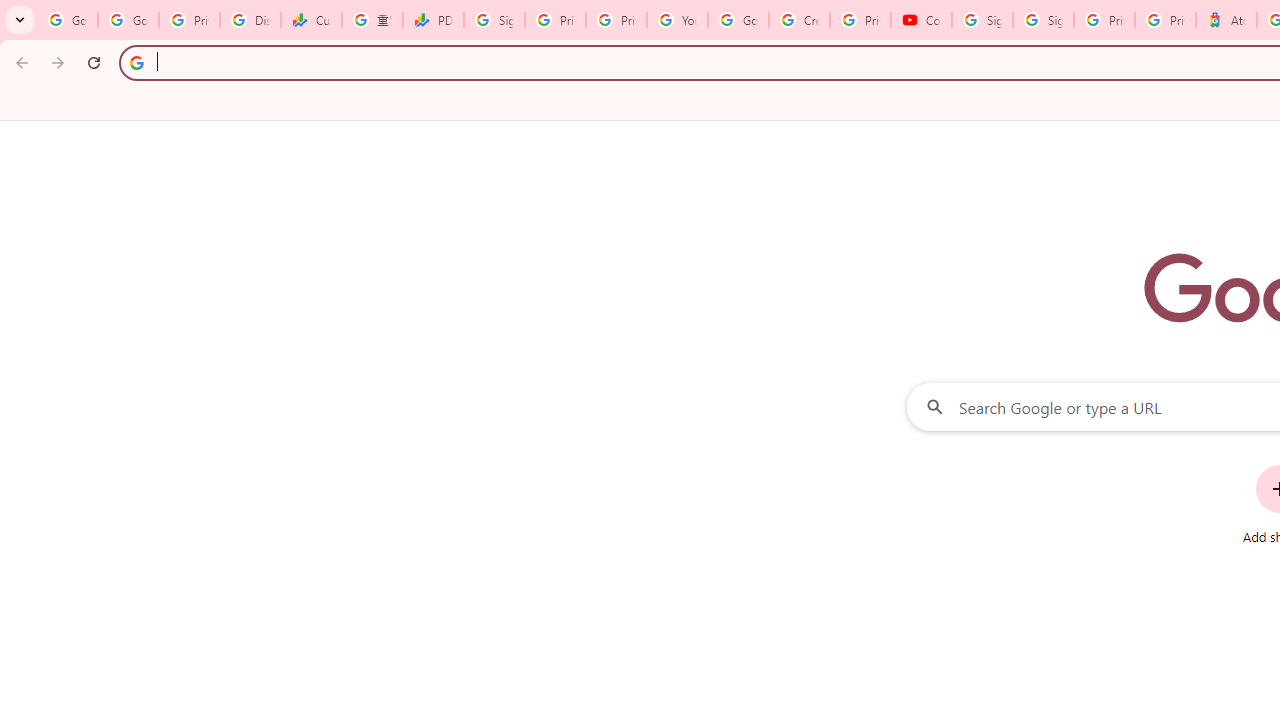 This screenshot has height=720, width=1280. I want to click on 'Sign in - Google Accounts', so click(1042, 20).